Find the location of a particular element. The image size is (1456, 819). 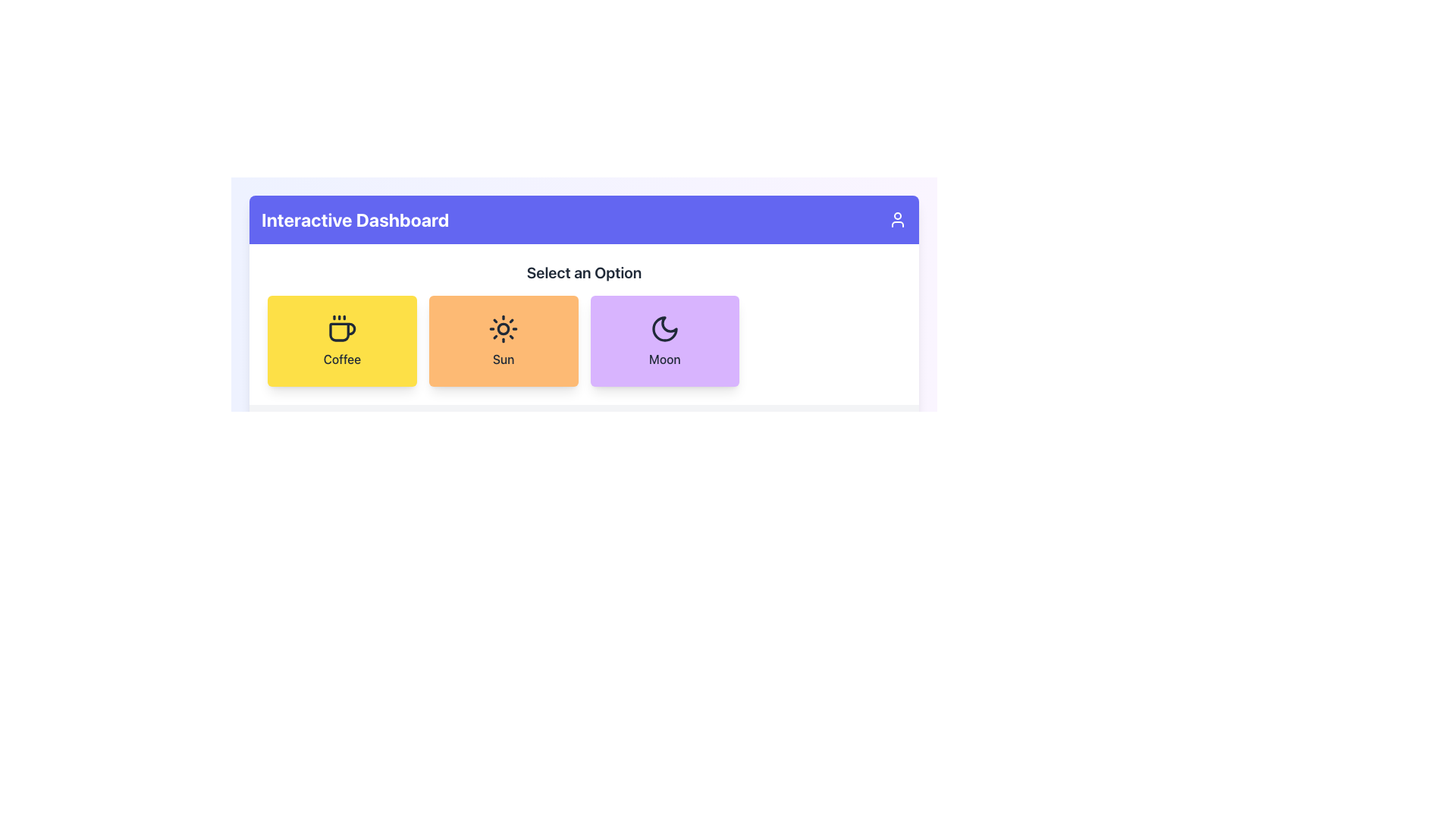

the rounded sun icon styled in a dark color against an orange background, located within the orange tile labeled 'Sun' is located at coordinates (504, 328).